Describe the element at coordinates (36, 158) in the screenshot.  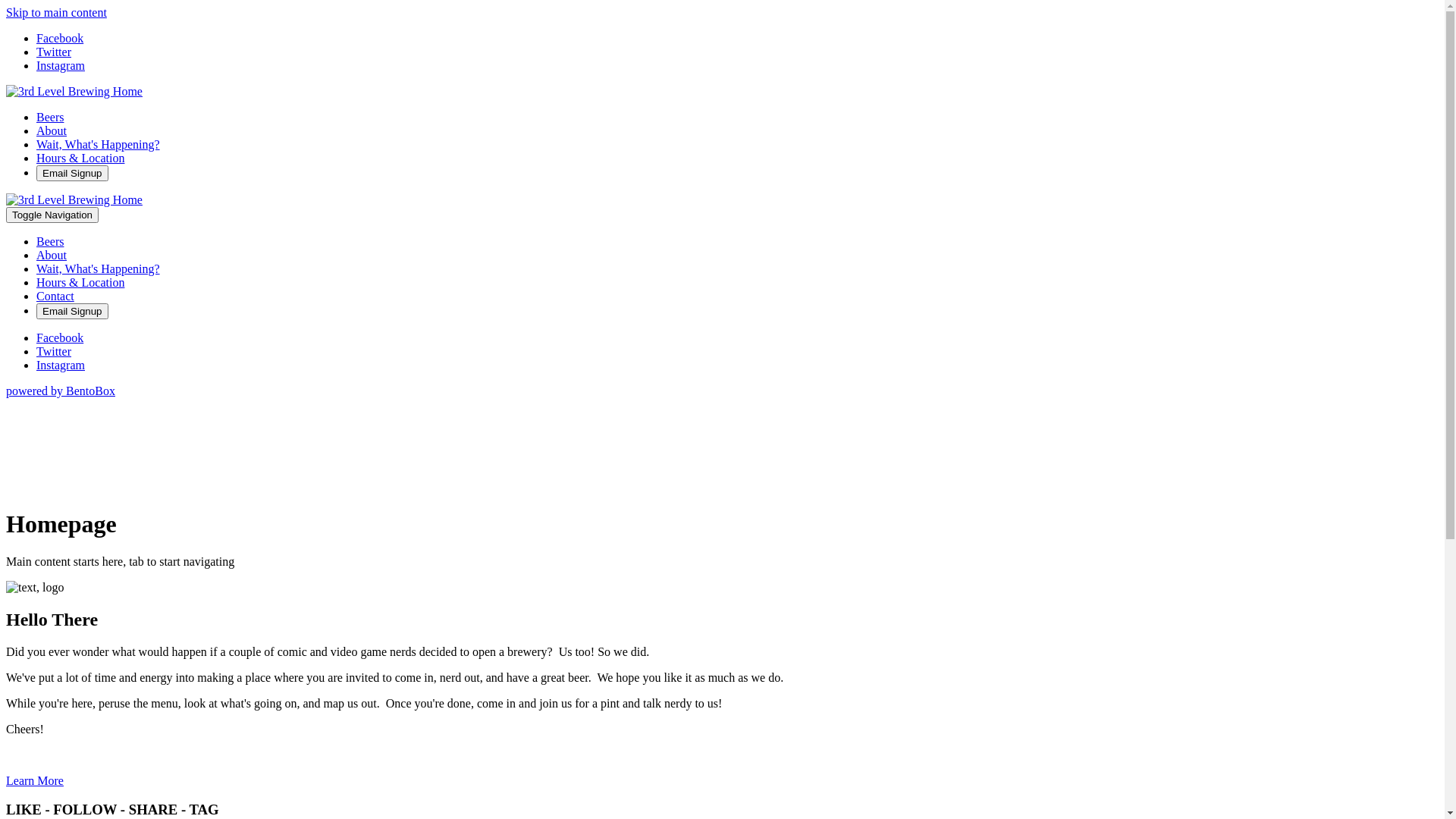
I see `'Hours & Location'` at that location.